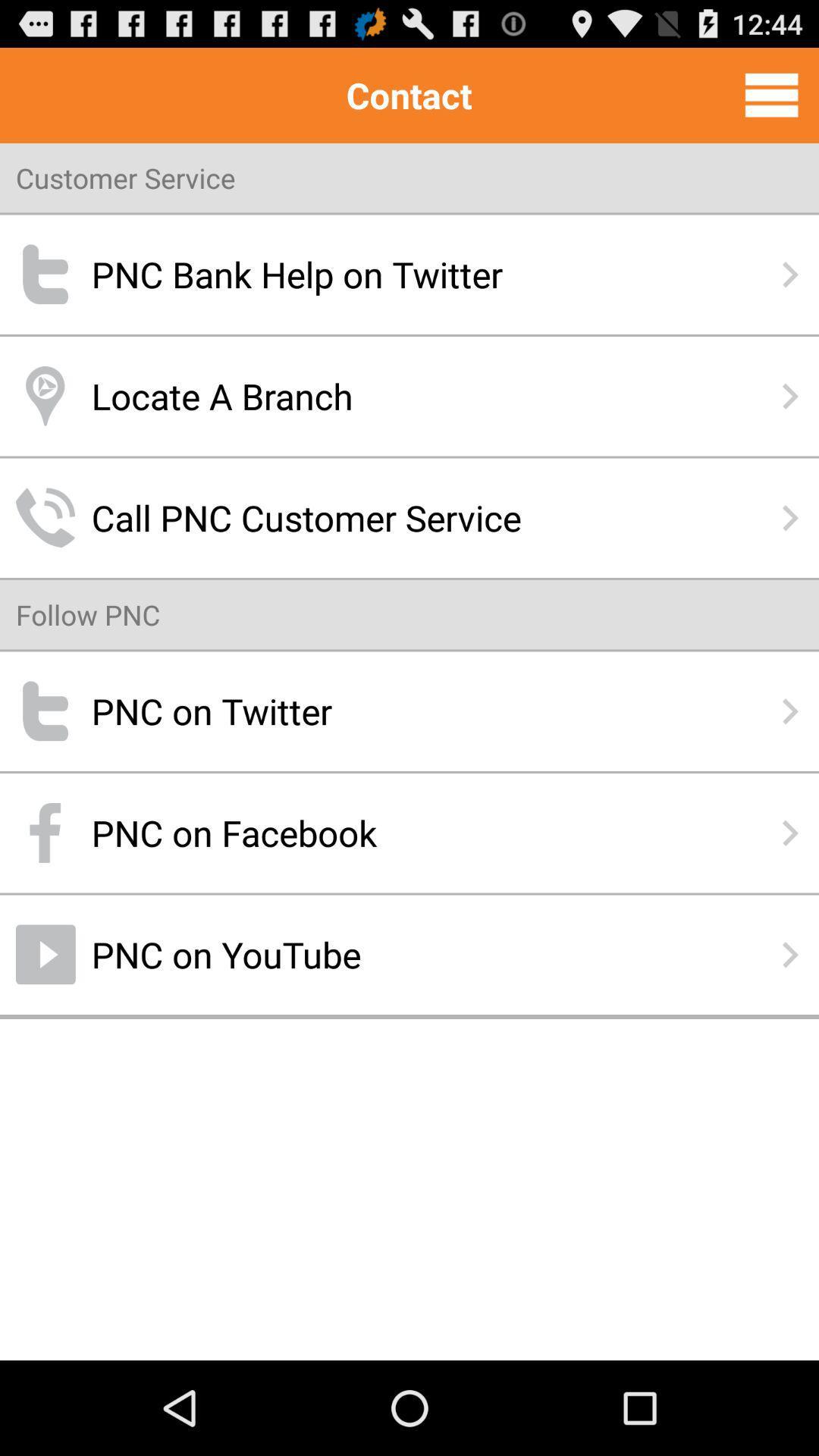 The height and width of the screenshot is (1456, 819). What do you see at coordinates (771, 94) in the screenshot?
I see `settings` at bounding box center [771, 94].